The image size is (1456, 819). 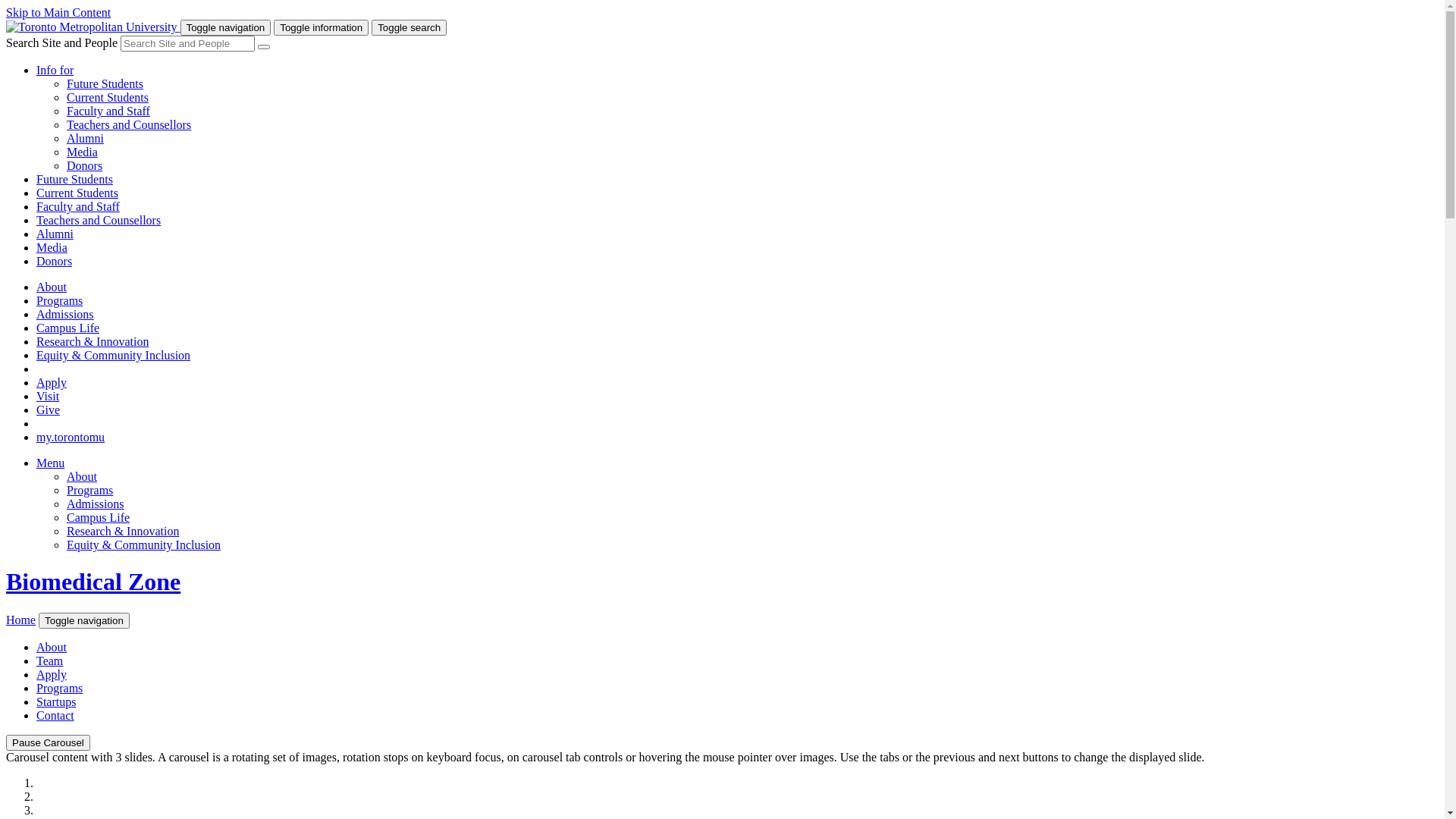 What do you see at coordinates (51, 673) in the screenshot?
I see `'Apply'` at bounding box center [51, 673].